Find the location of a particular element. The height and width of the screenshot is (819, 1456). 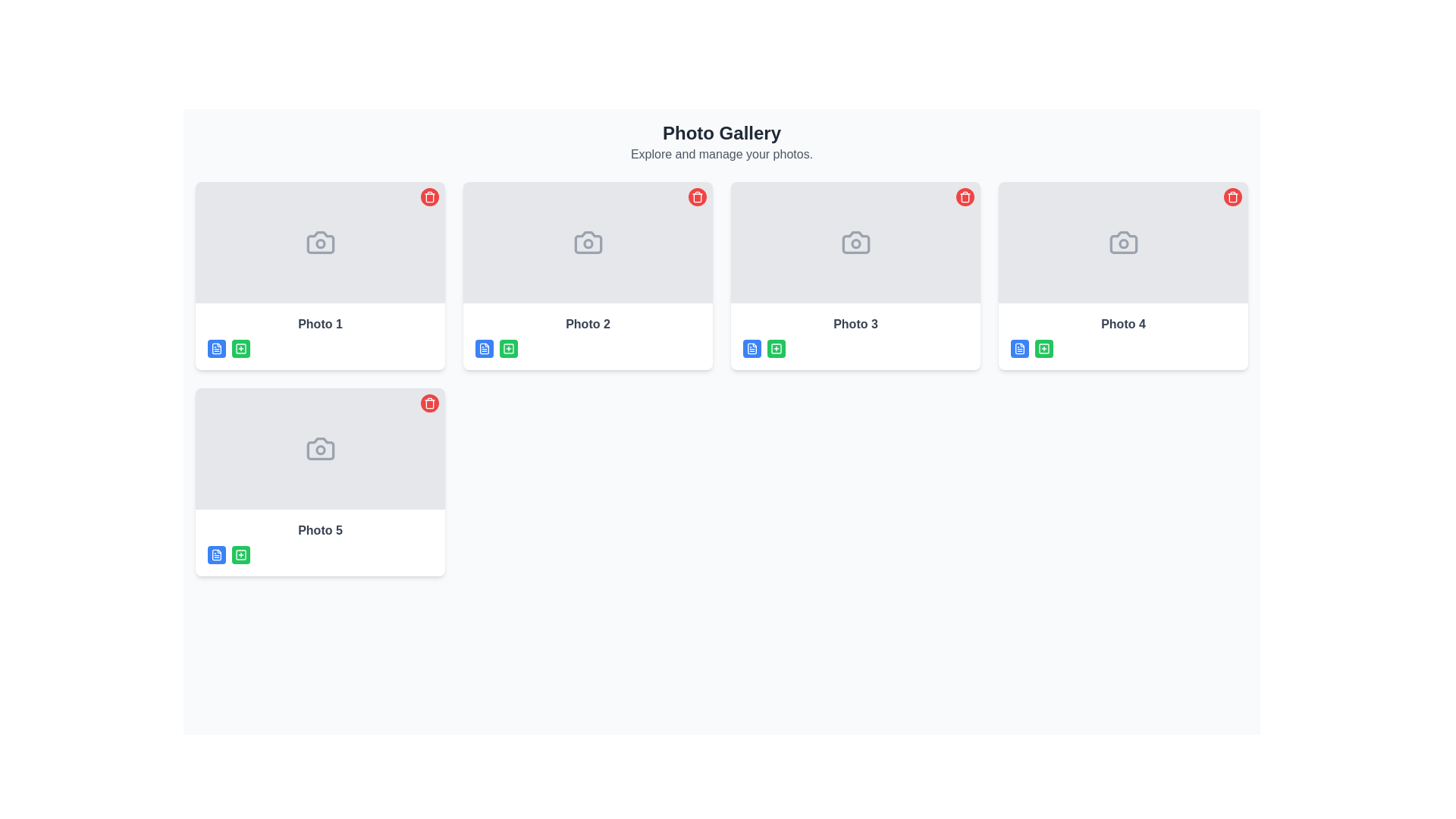

the text label displaying 'Photo 2', which is styled in bold gray font and positioned in the second column of the photo grid, below the photo thumbnail and above the row of icons is located at coordinates (587, 324).